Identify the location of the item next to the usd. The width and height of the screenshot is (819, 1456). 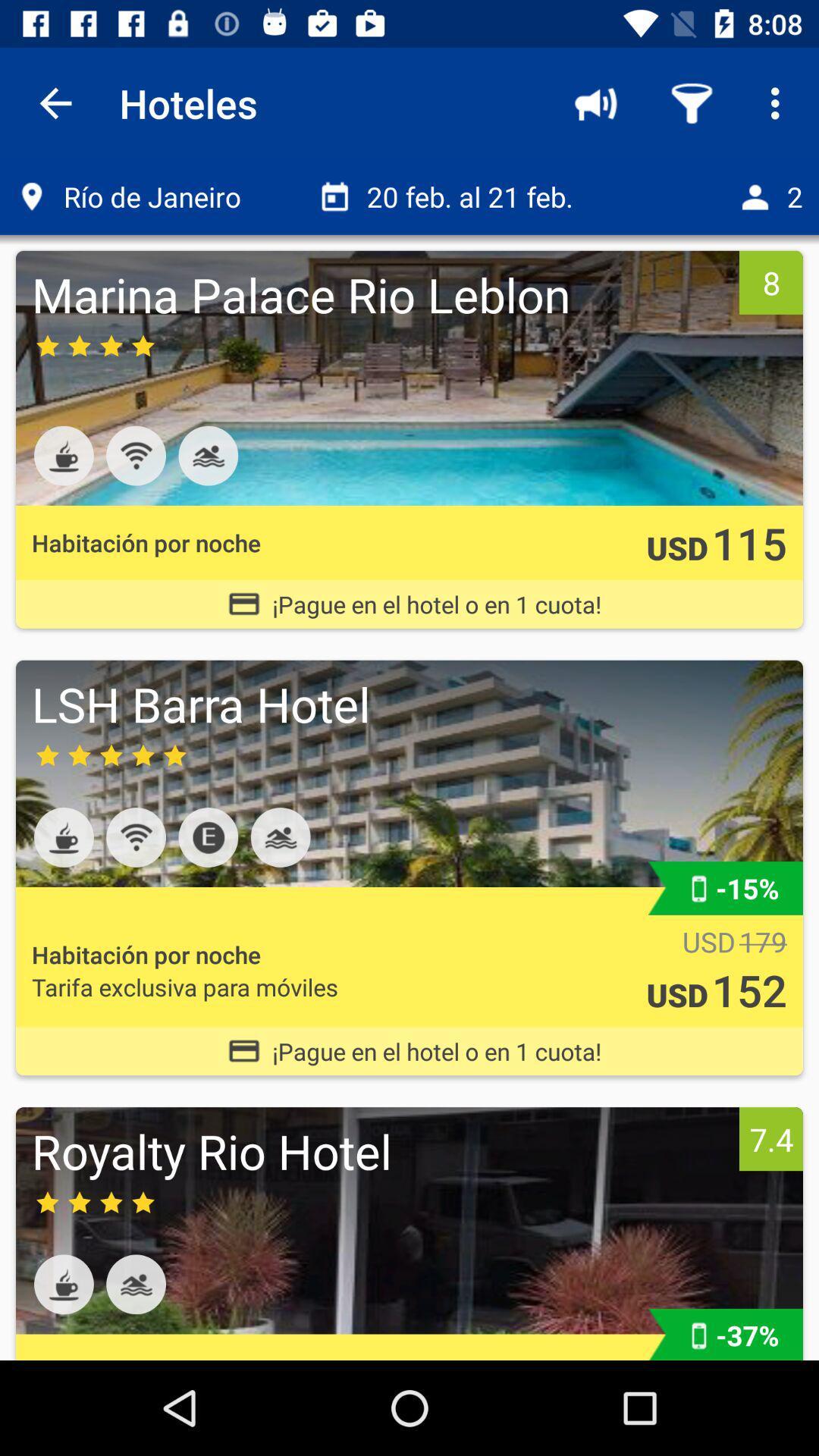
(748, 542).